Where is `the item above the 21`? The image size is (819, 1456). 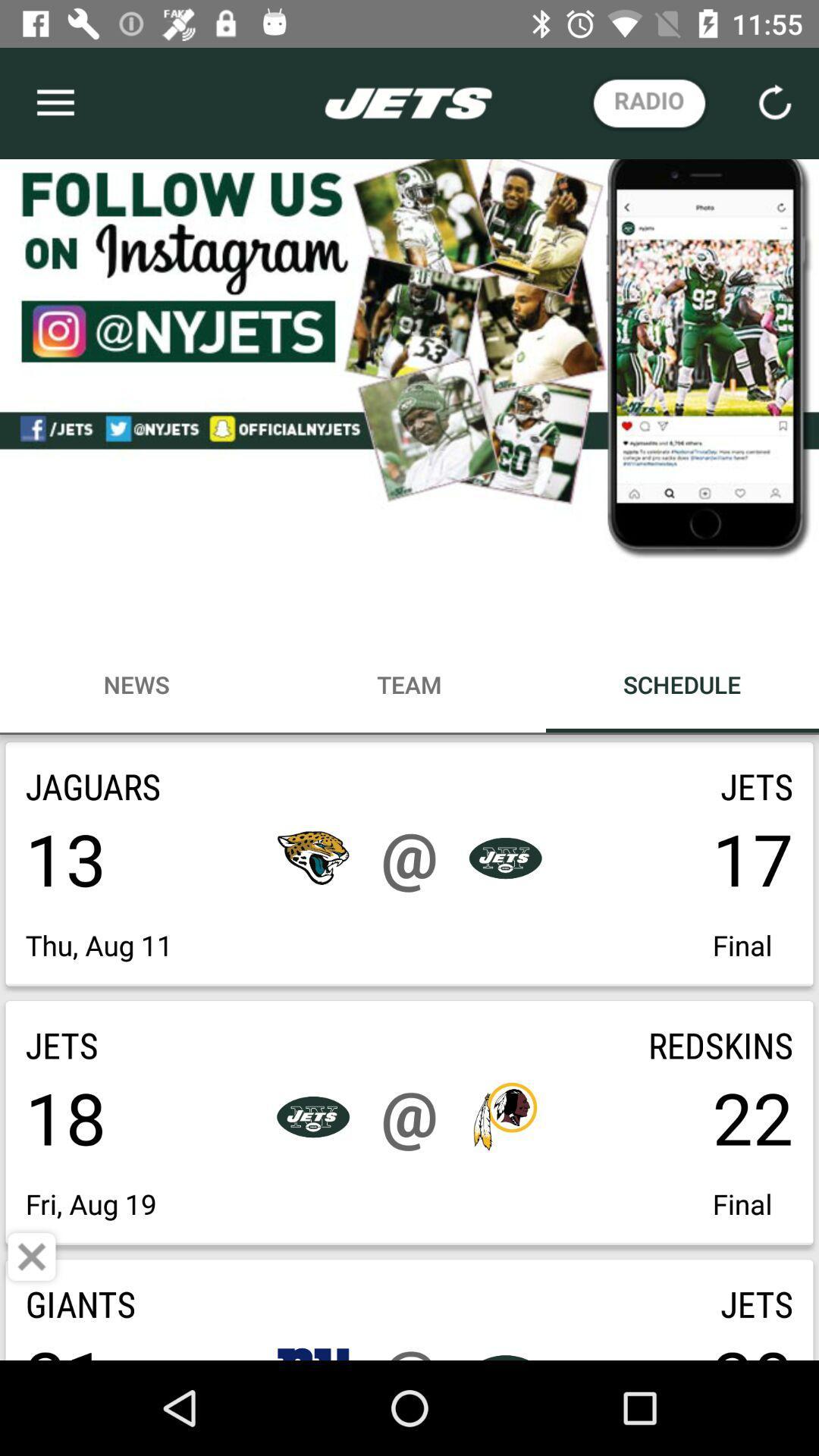 the item above the 21 is located at coordinates (32, 1257).